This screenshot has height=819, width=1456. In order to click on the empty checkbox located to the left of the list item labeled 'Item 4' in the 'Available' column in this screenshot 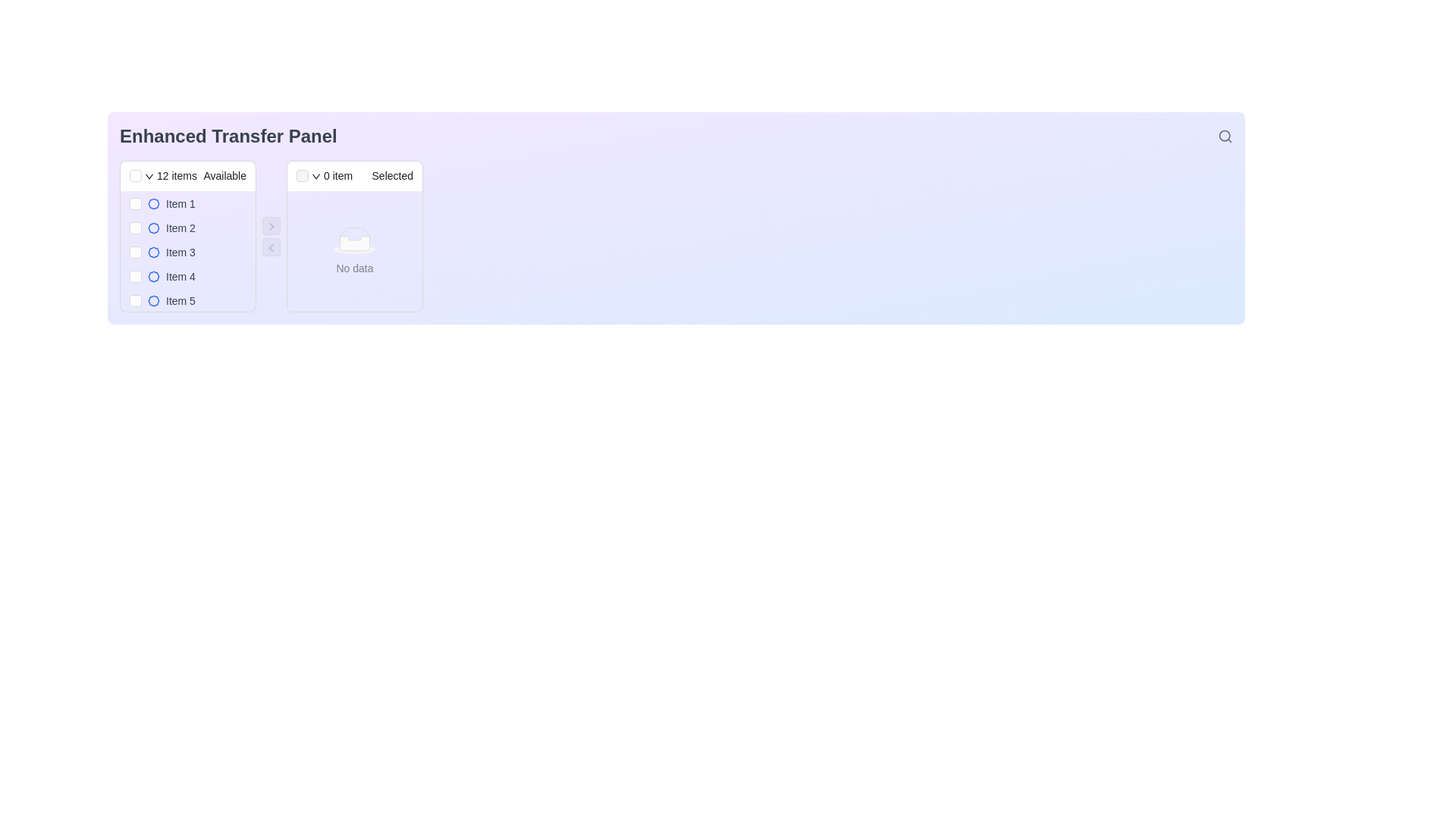, I will do `click(135, 277)`.